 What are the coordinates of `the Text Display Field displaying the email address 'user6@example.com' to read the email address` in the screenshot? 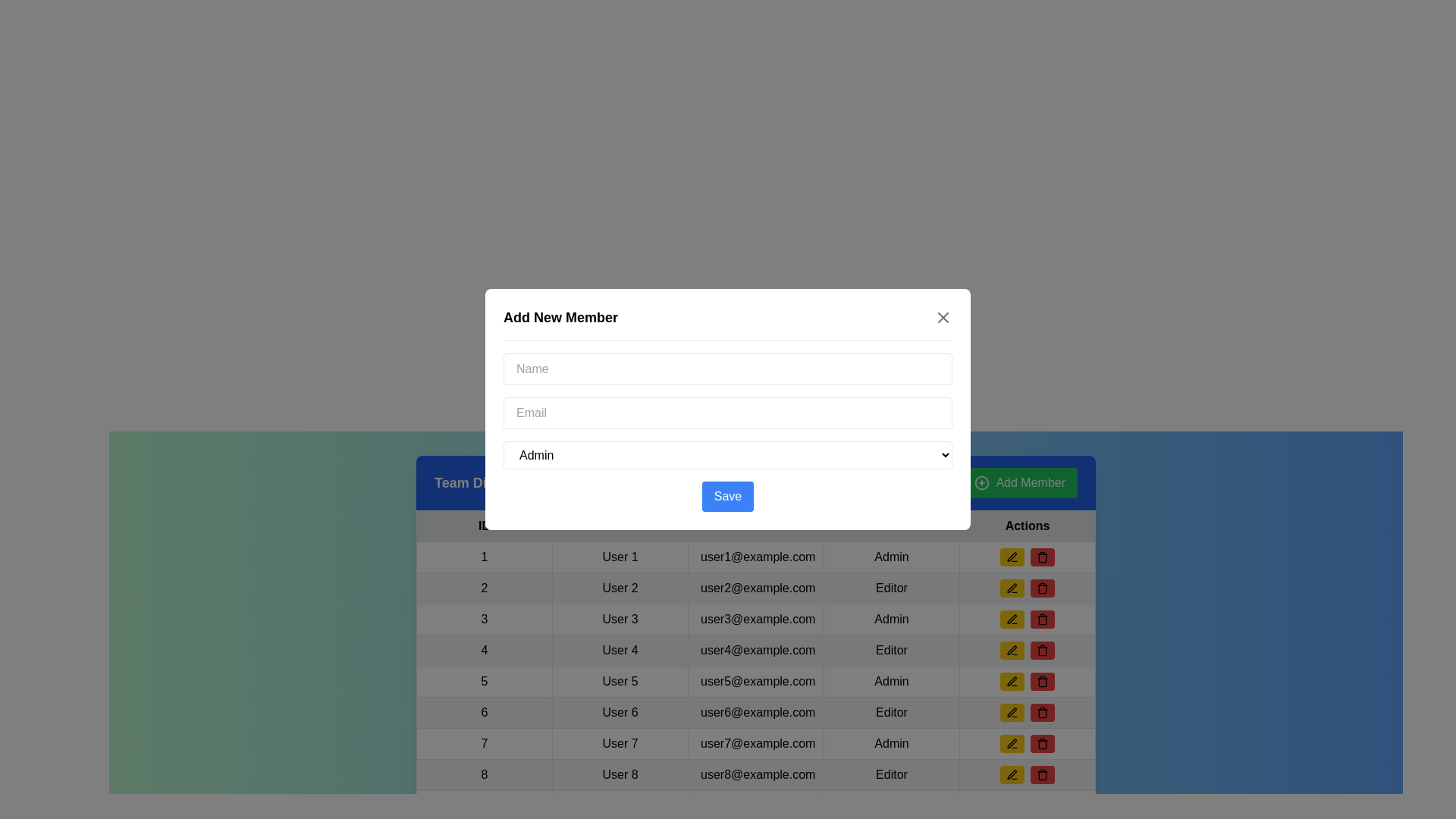 It's located at (756, 713).